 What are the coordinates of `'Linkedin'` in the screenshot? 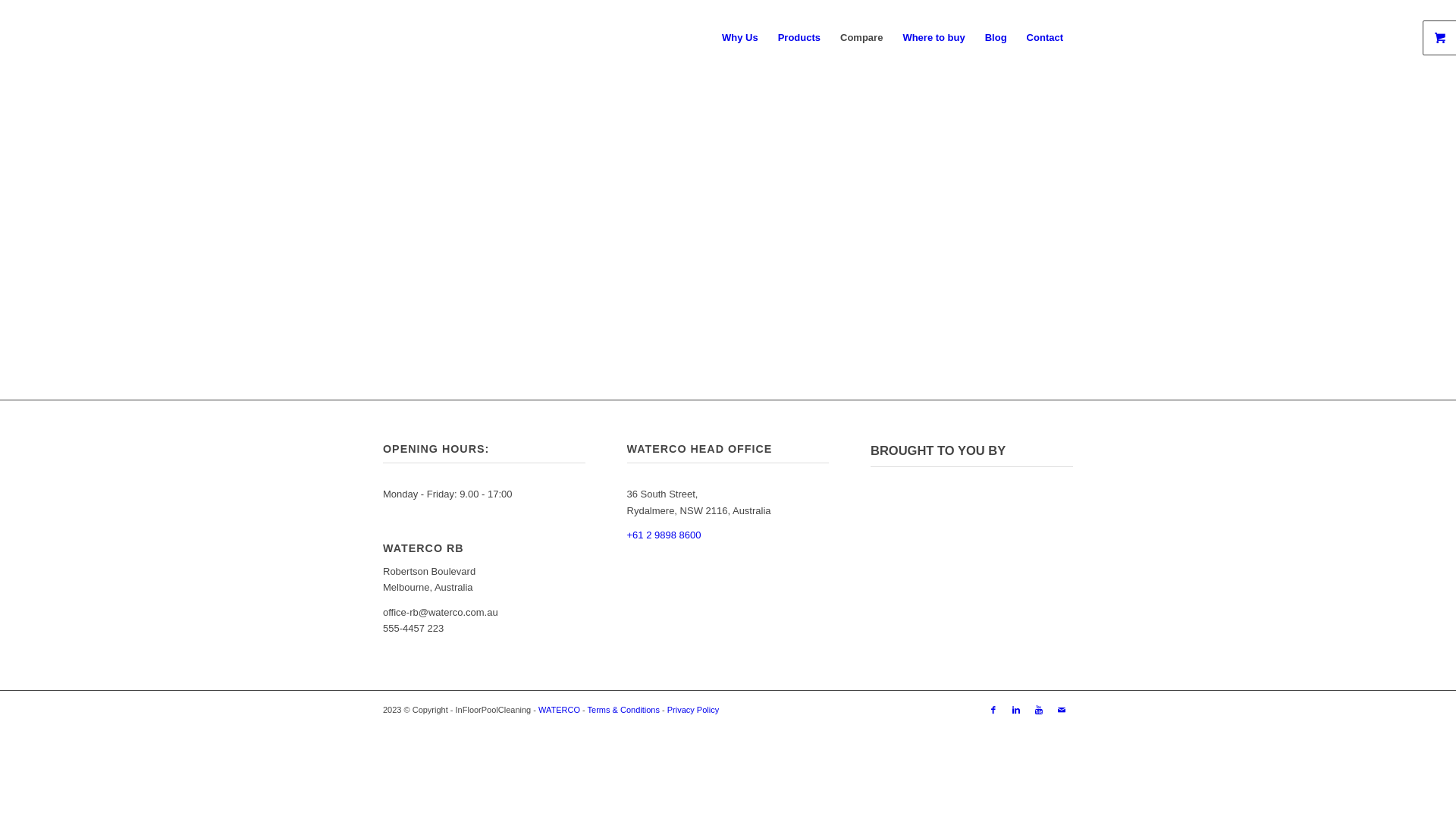 It's located at (1015, 710).